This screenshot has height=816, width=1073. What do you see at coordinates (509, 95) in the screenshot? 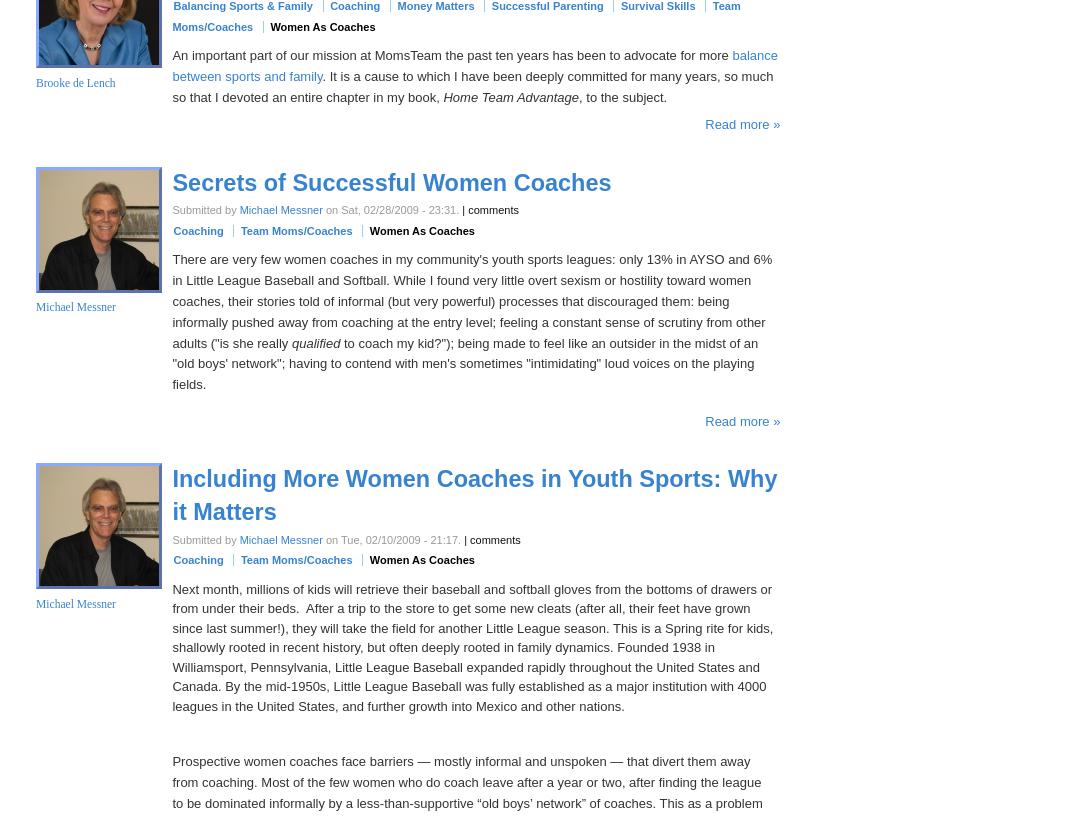
I see `'Home Team Advantage'` at bounding box center [509, 95].